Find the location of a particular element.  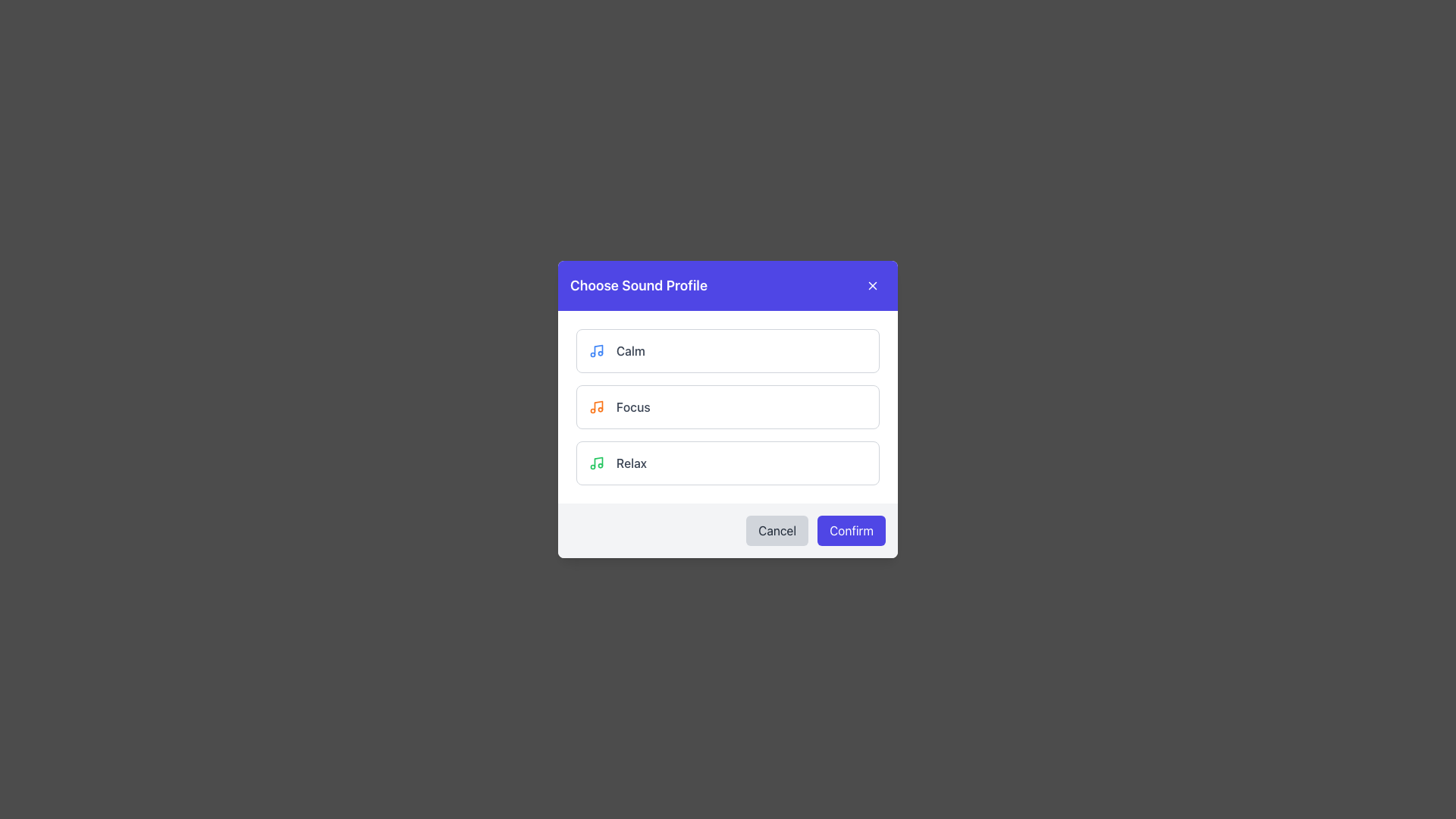

the 'Confirm' button, which is prominently labeled in white text on a solid indigo background, located in the lower right corner of the dialog box is located at coordinates (852, 529).